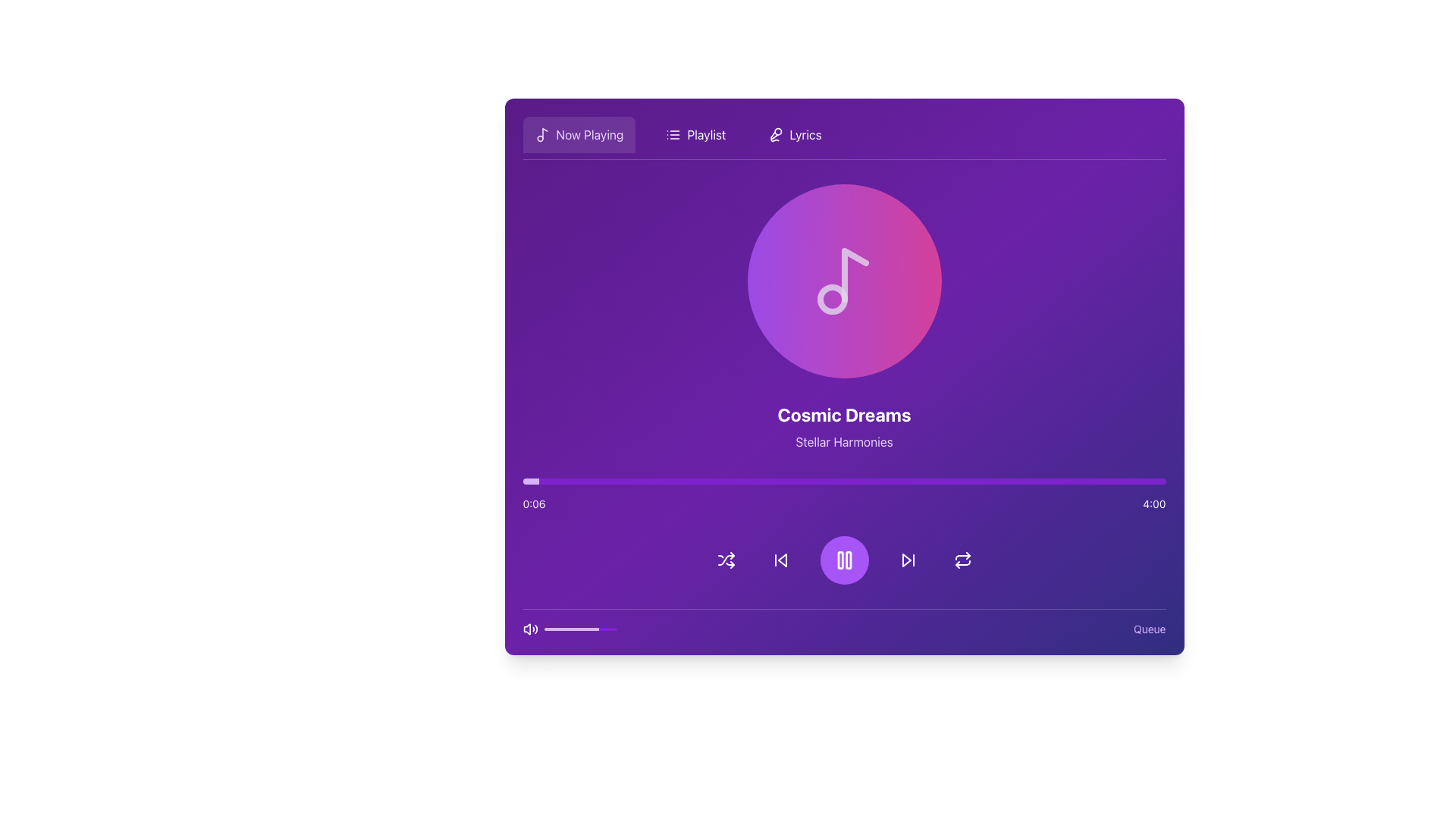 This screenshot has width=1456, height=819. Describe the element at coordinates (588, 133) in the screenshot. I see `the displayed text in the 'Now Playing' text label, which features a light-colored font on a darker, semi-transparent background, located in the top-left corner of the interface` at that location.